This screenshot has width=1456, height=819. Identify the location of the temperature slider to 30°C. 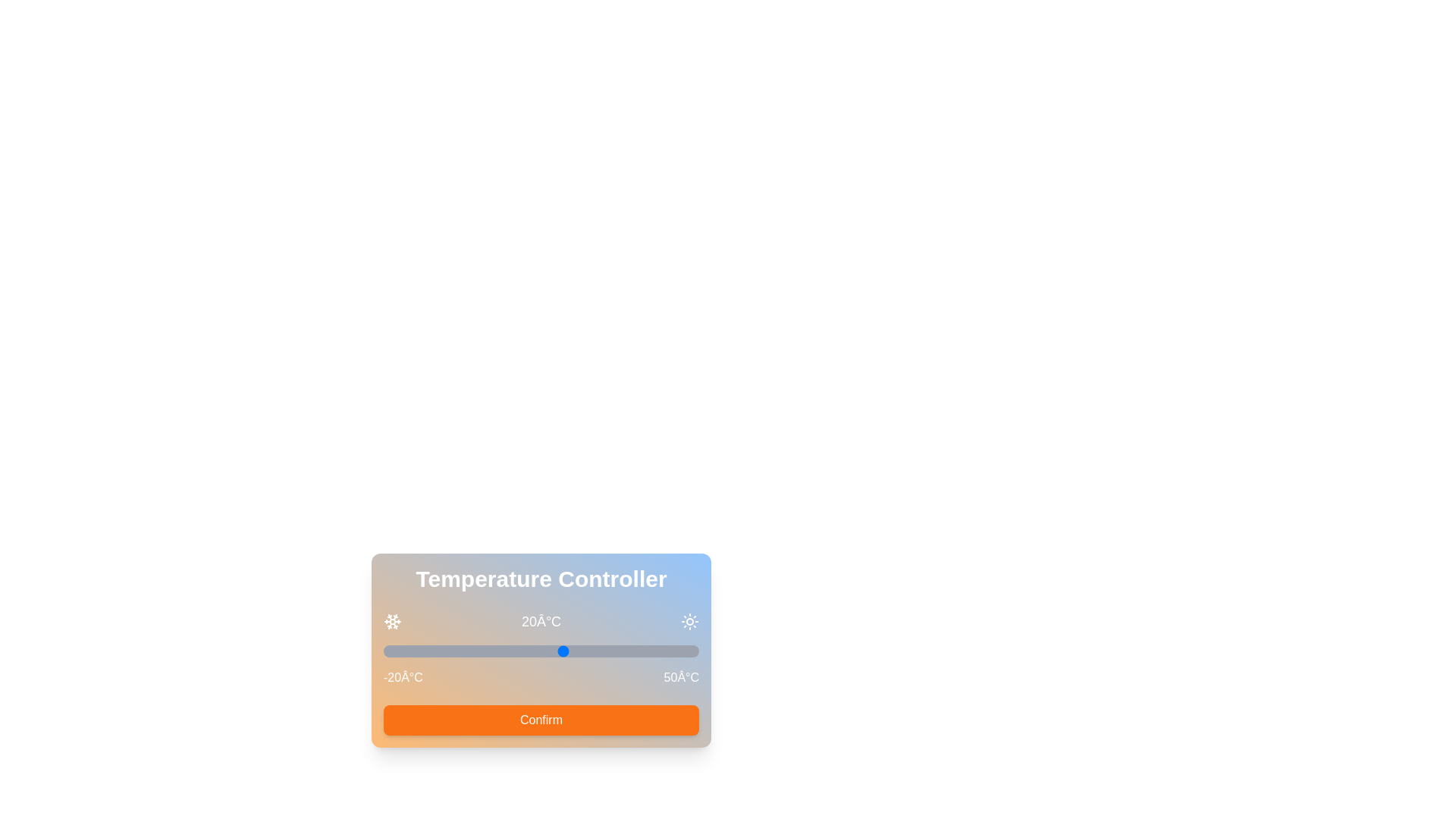
(609, 651).